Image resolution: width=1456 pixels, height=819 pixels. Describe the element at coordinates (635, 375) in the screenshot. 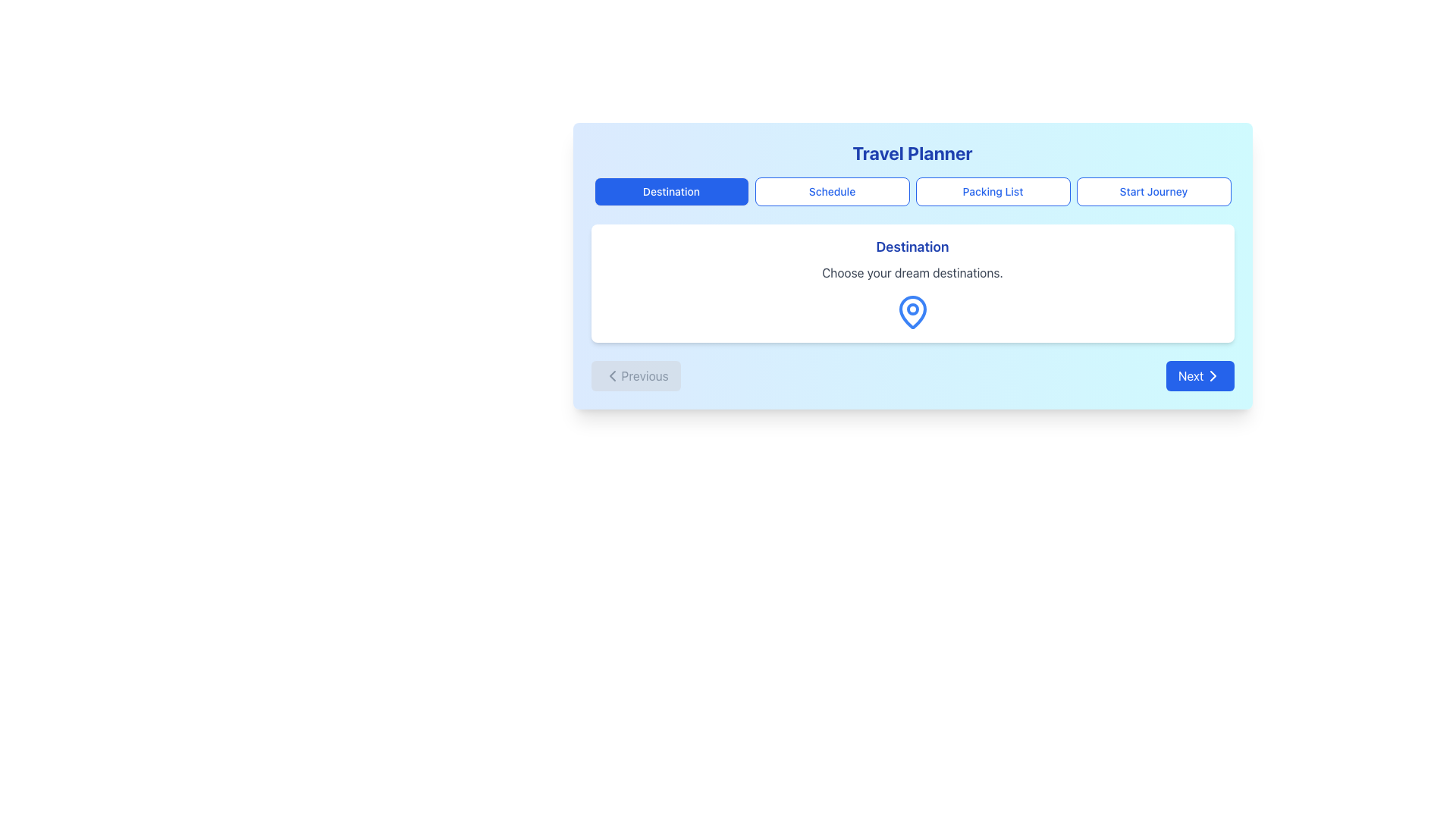

I see `the 'Previous' button located at the lower-left corner of the navigation section` at that location.